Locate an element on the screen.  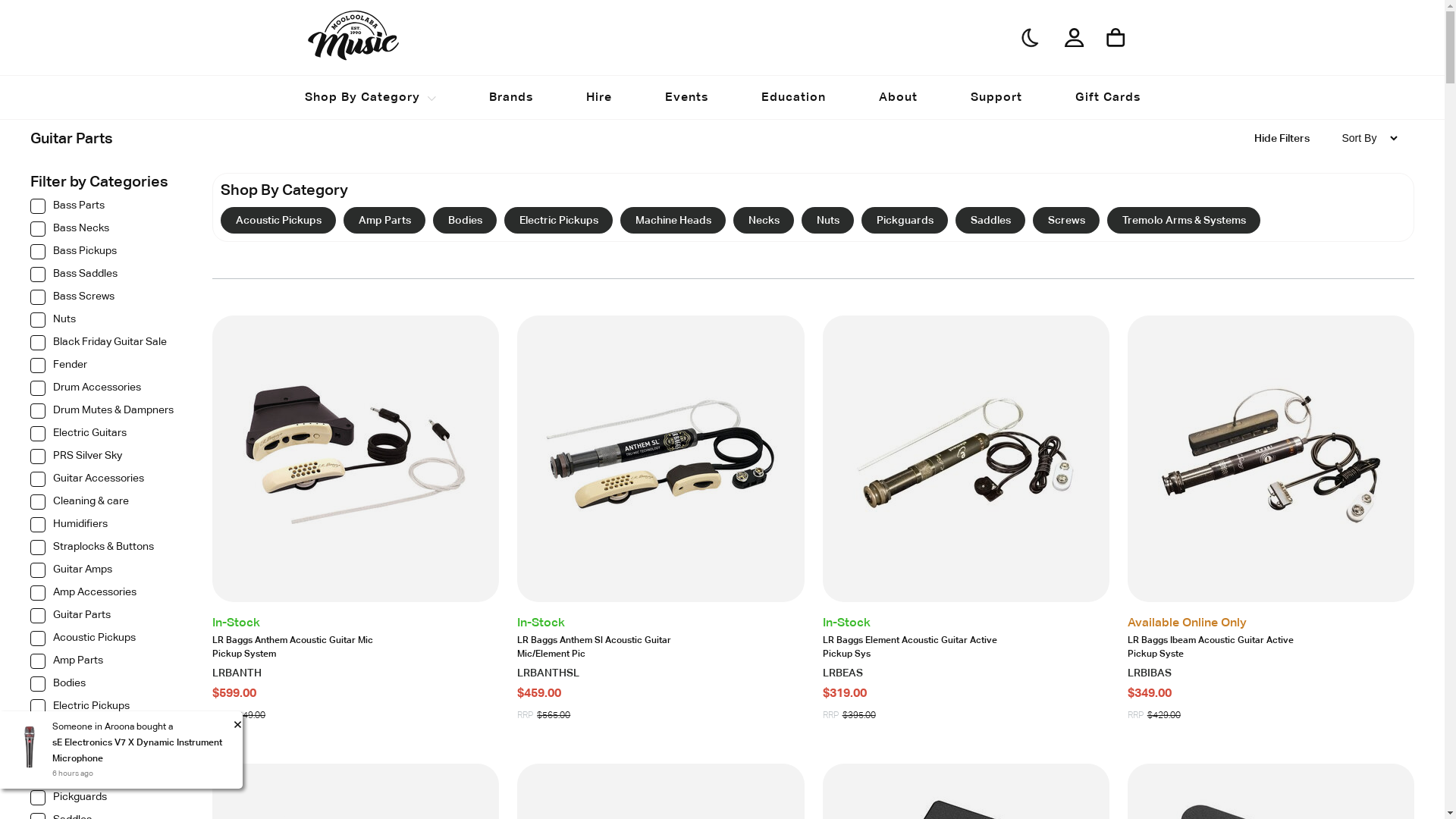
'Nuts' is located at coordinates (105, 323).